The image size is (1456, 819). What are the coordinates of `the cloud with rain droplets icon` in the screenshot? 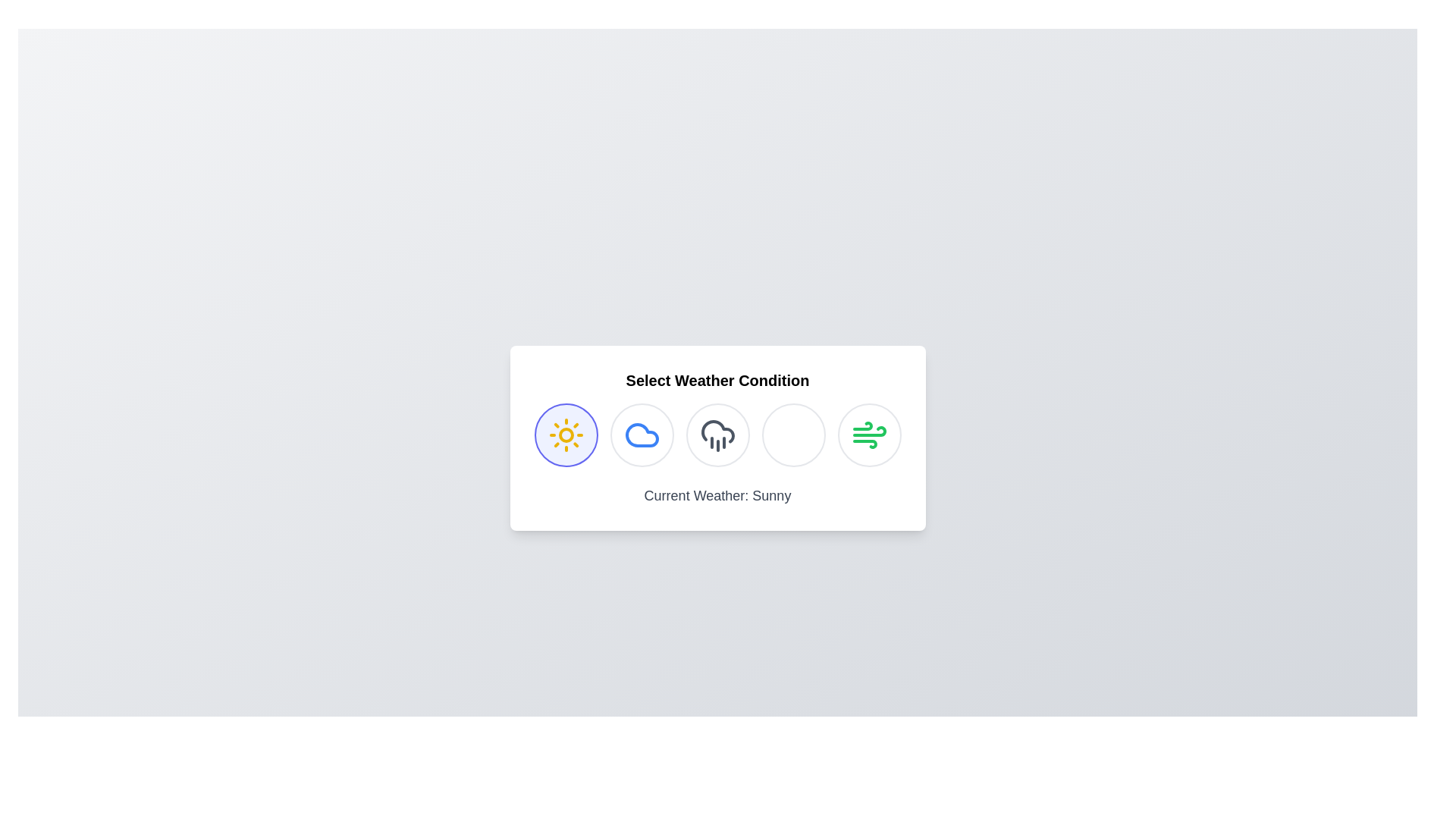 It's located at (717, 435).